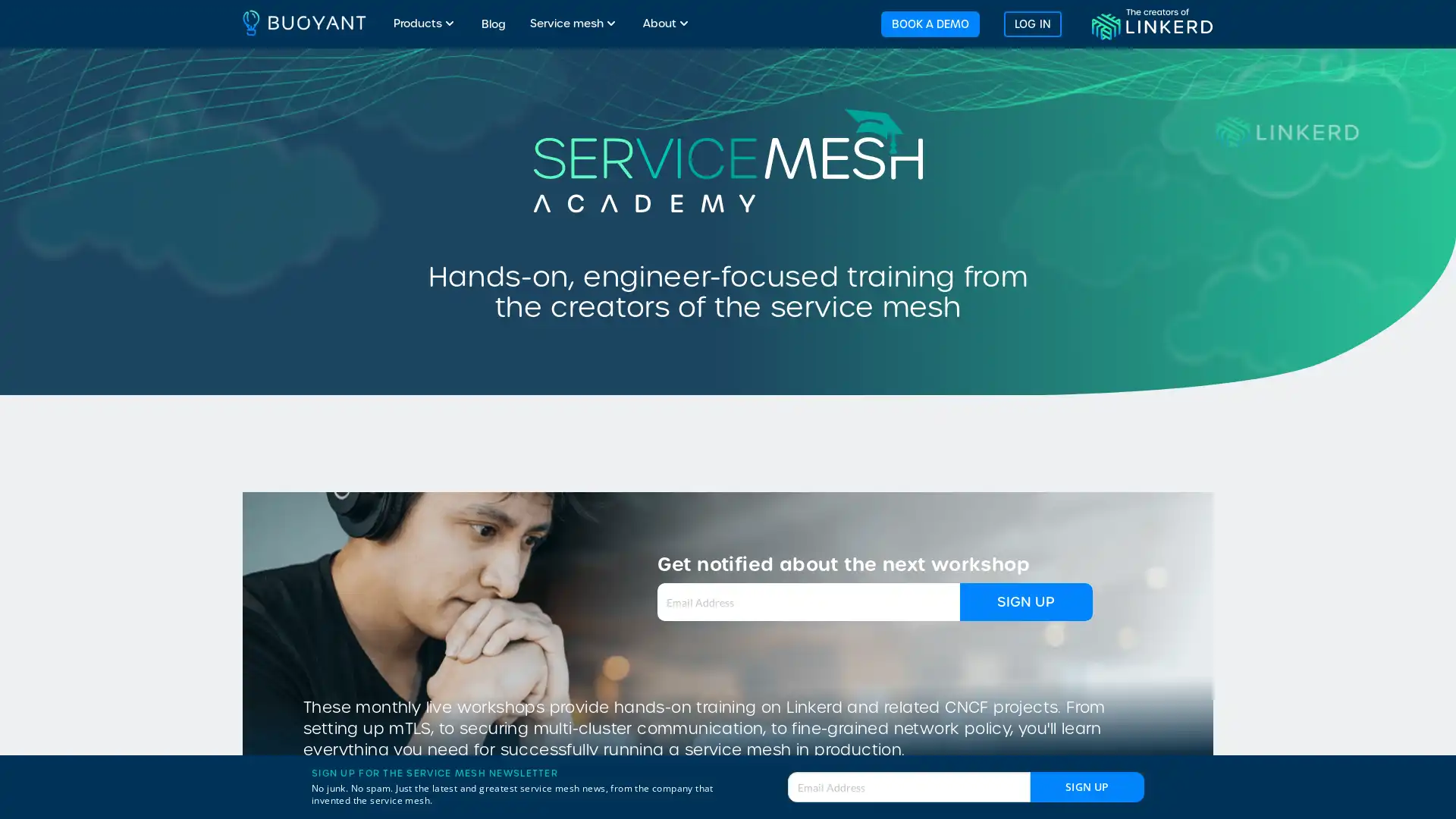 The width and height of the screenshot is (1456, 819). I want to click on Sign up, so click(1087, 786).